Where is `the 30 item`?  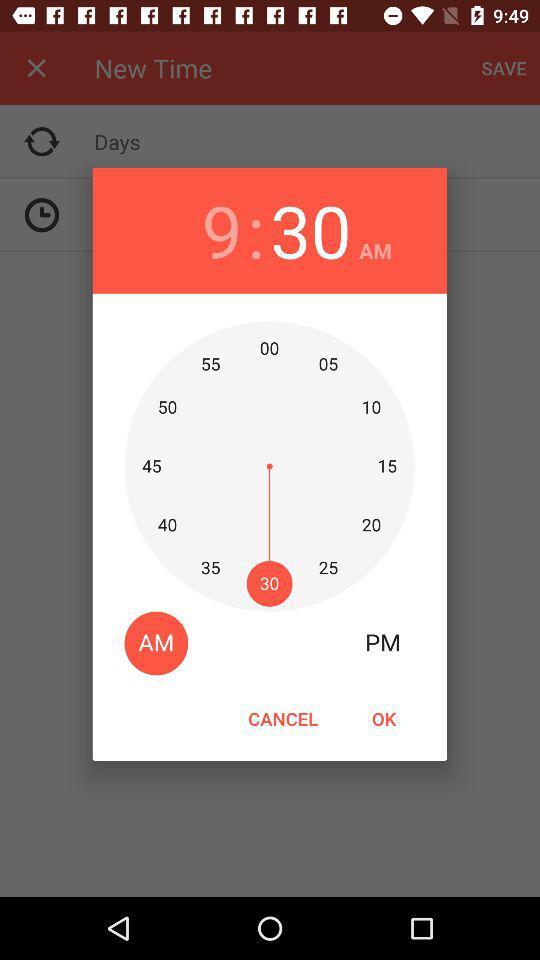
the 30 item is located at coordinates (310, 230).